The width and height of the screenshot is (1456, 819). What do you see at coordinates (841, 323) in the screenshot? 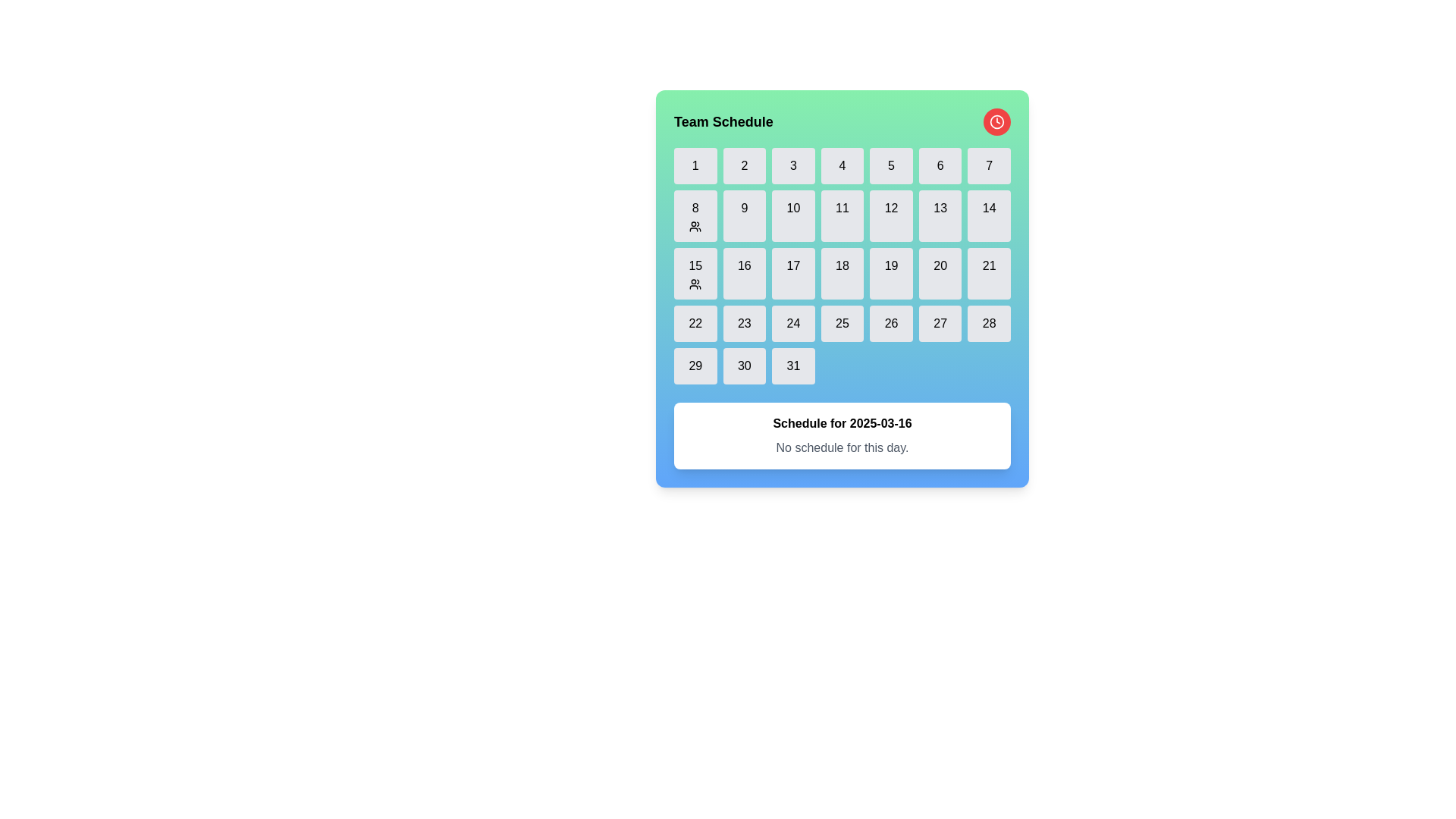
I see `the date '25' button in the calendar interface` at bounding box center [841, 323].